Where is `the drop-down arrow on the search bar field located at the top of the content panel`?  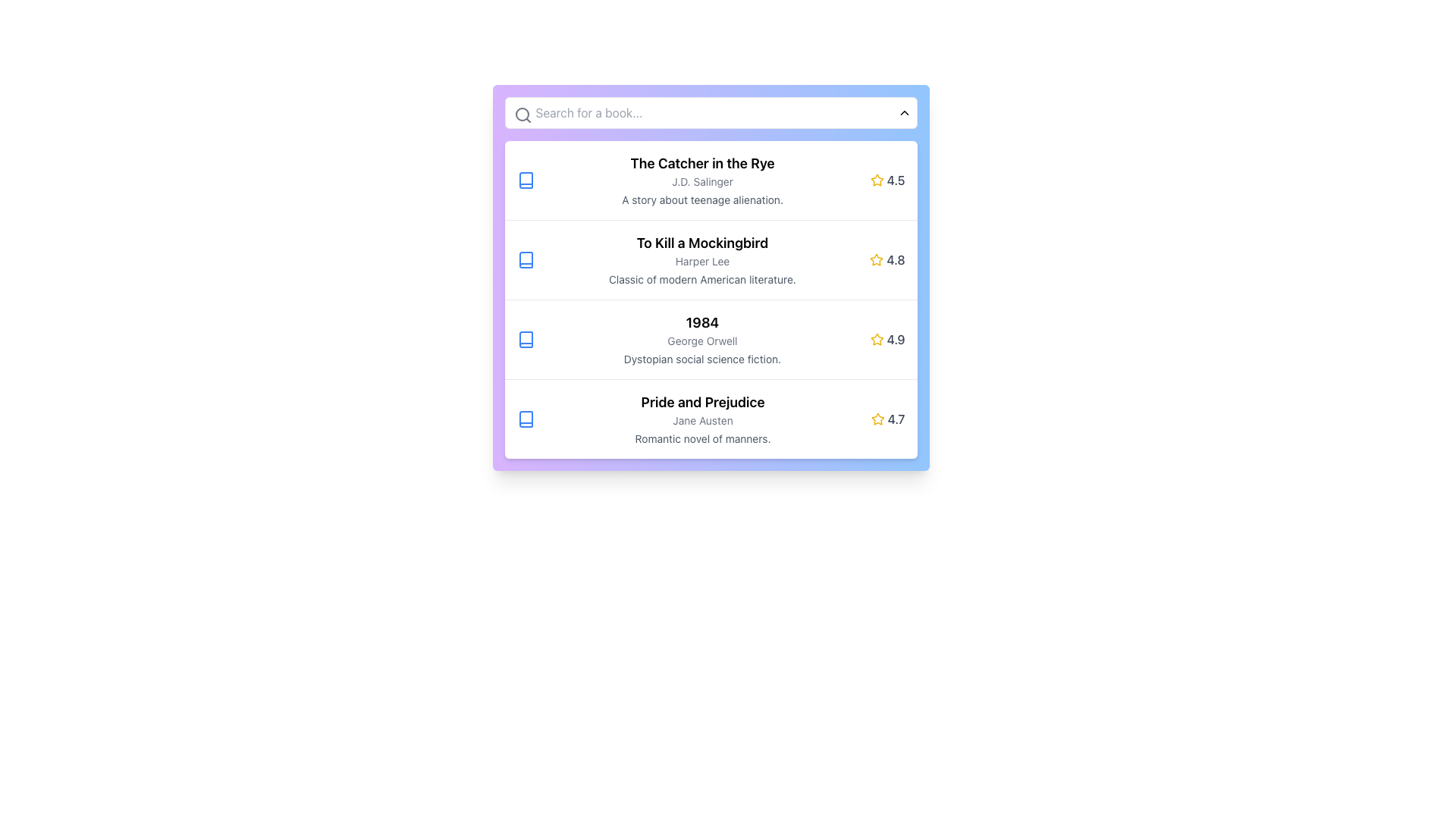
the drop-down arrow on the search bar field located at the top of the content panel is located at coordinates (710, 112).